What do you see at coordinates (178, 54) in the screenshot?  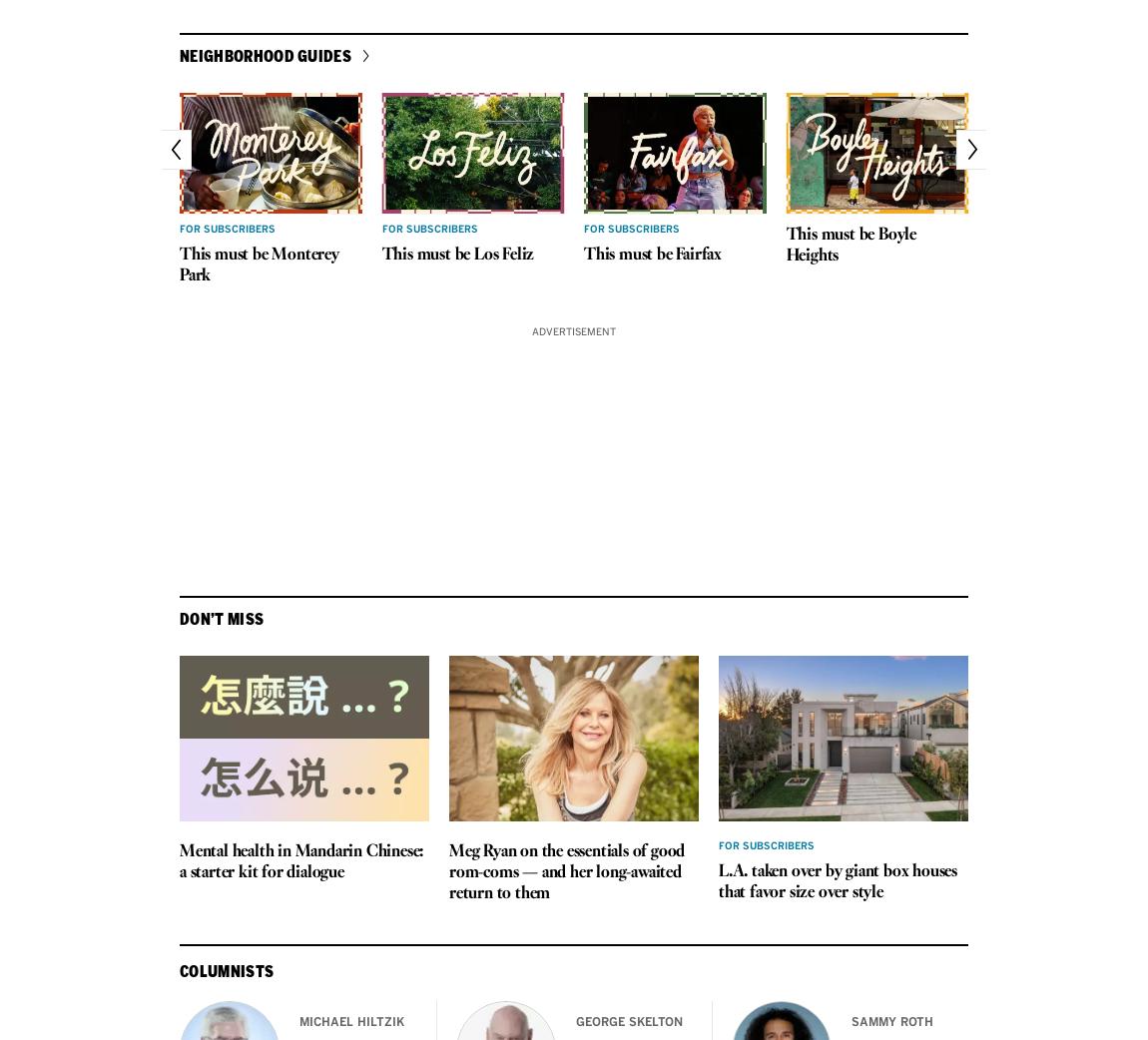 I see `'Neighborhood guides'` at bounding box center [178, 54].